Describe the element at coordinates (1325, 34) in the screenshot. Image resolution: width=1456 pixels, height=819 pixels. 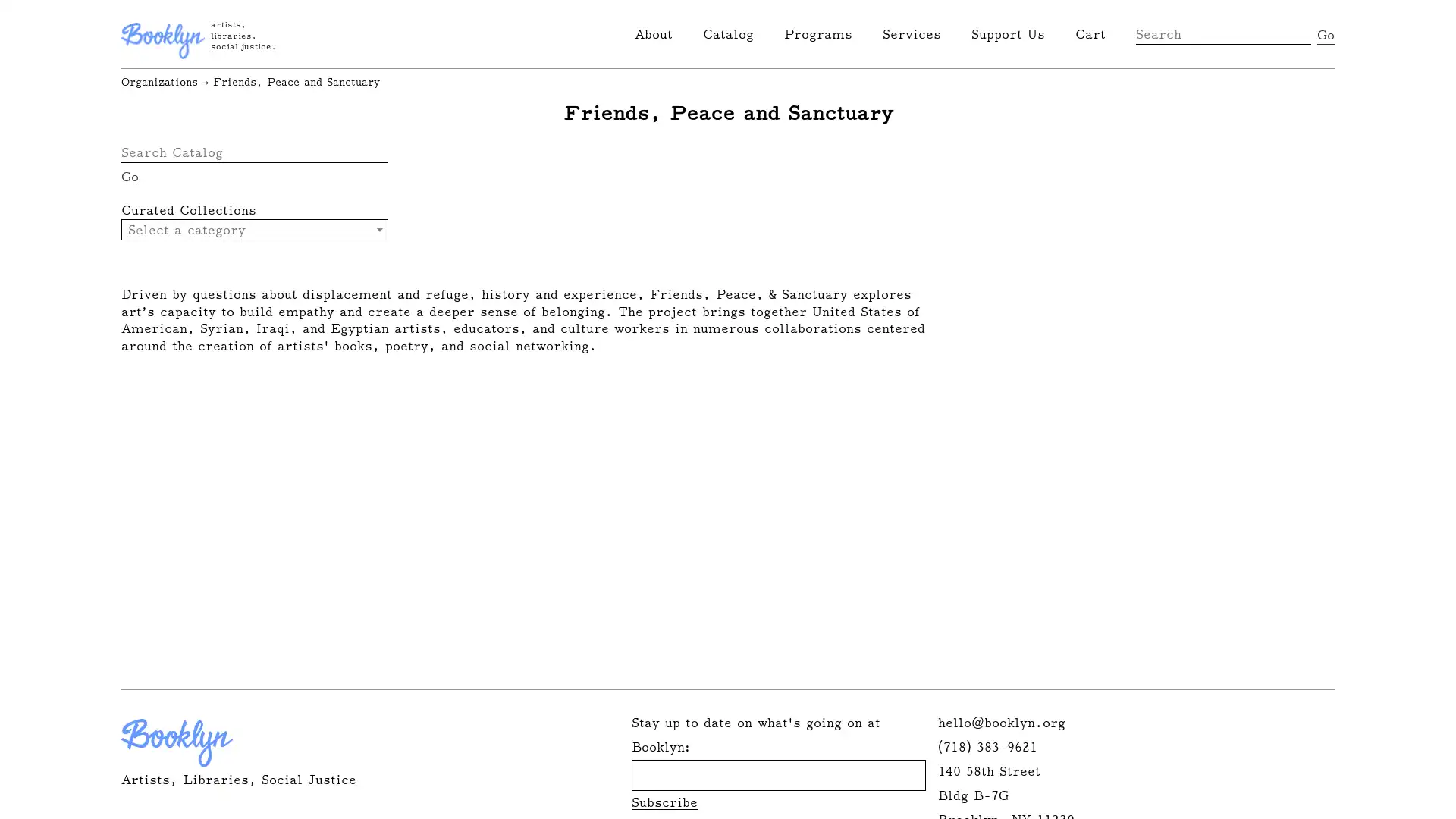
I see `Search` at that location.